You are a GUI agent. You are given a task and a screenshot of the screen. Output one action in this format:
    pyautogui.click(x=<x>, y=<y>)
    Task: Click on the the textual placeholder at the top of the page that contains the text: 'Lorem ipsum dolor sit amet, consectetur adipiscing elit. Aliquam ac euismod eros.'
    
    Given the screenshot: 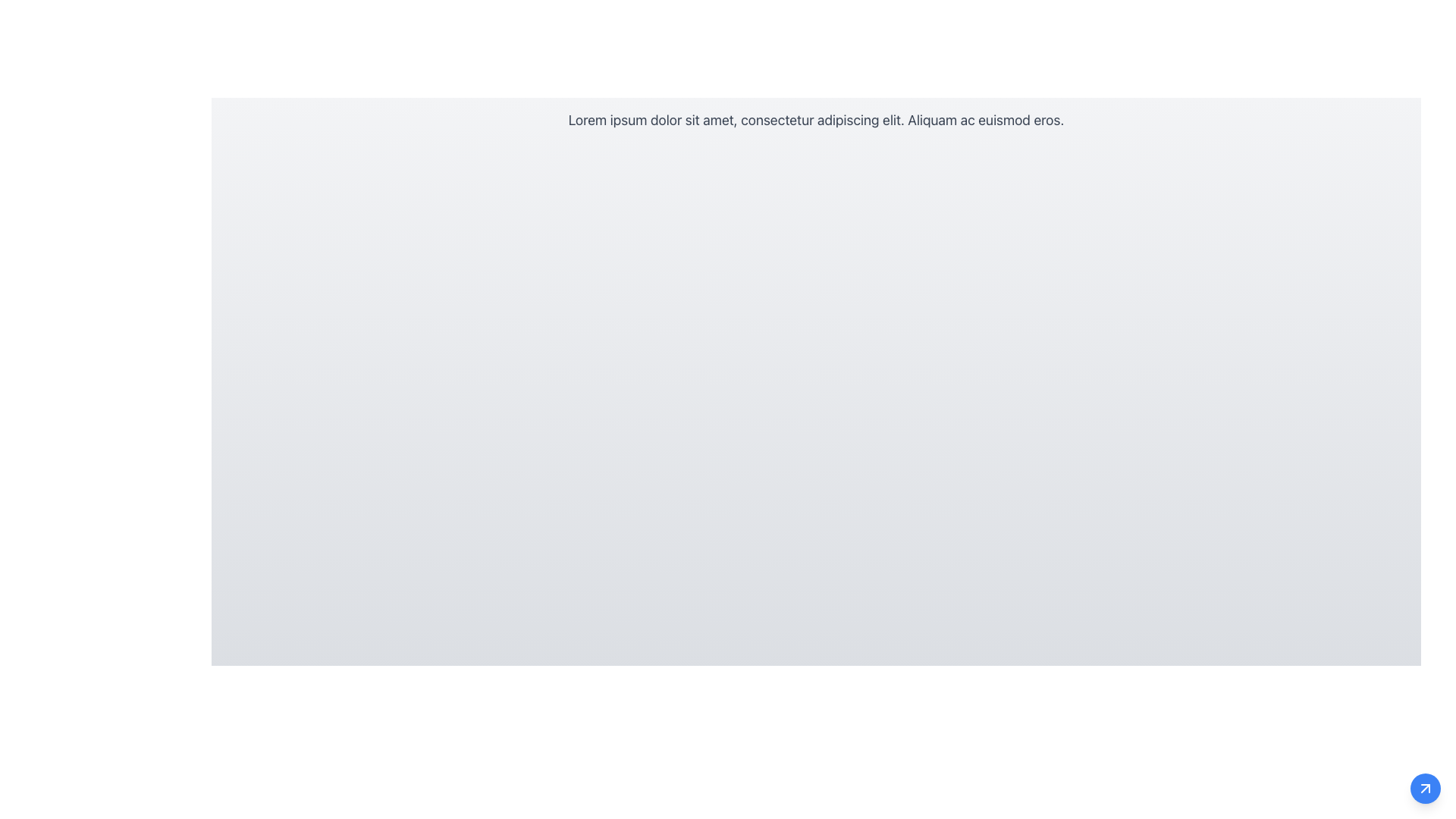 What is the action you would take?
    pyautogui.click(x=815, y=119)
    